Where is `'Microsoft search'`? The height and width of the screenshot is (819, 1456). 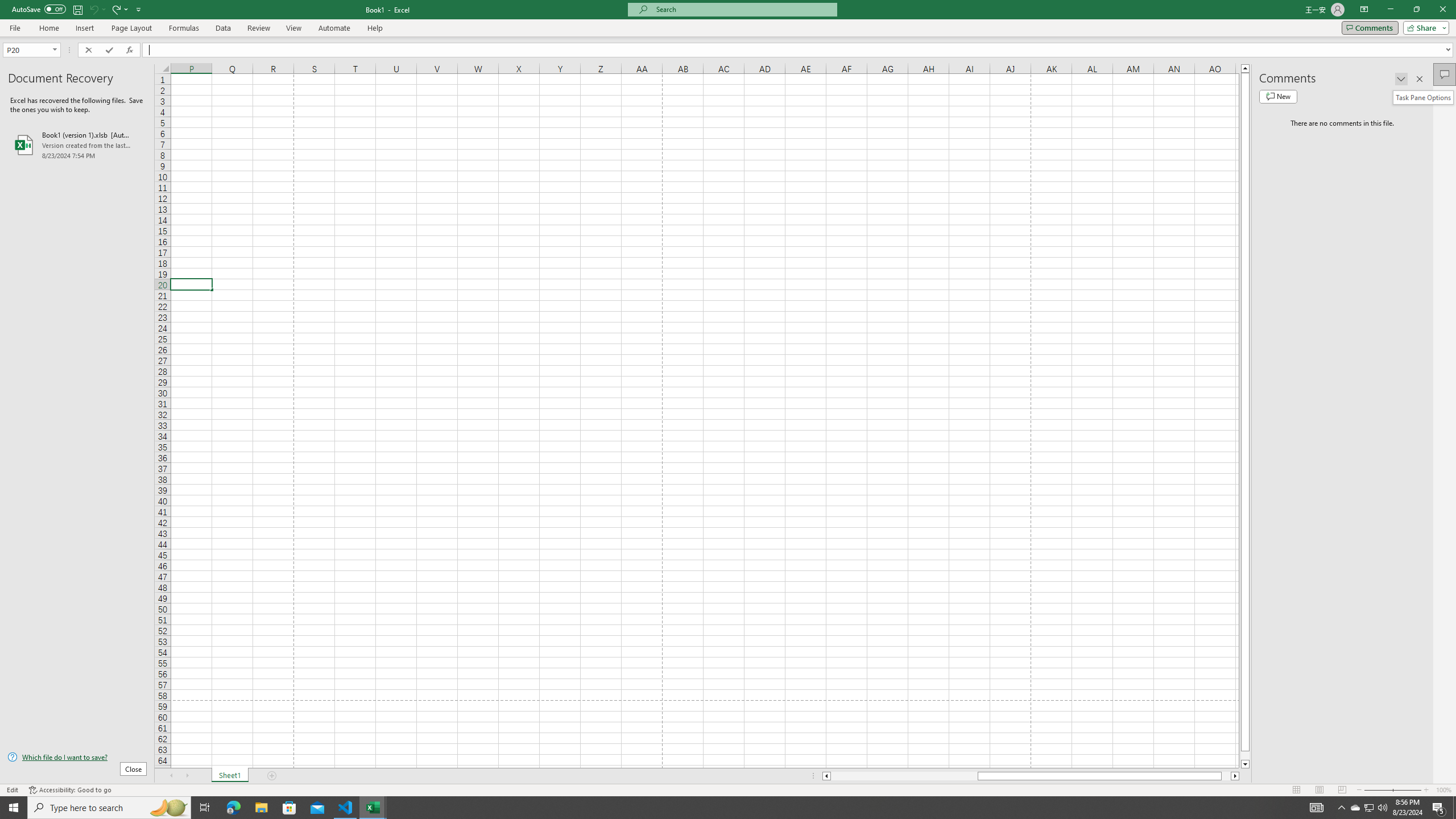
'Microsoft search' is located at coordinates (742, 9).